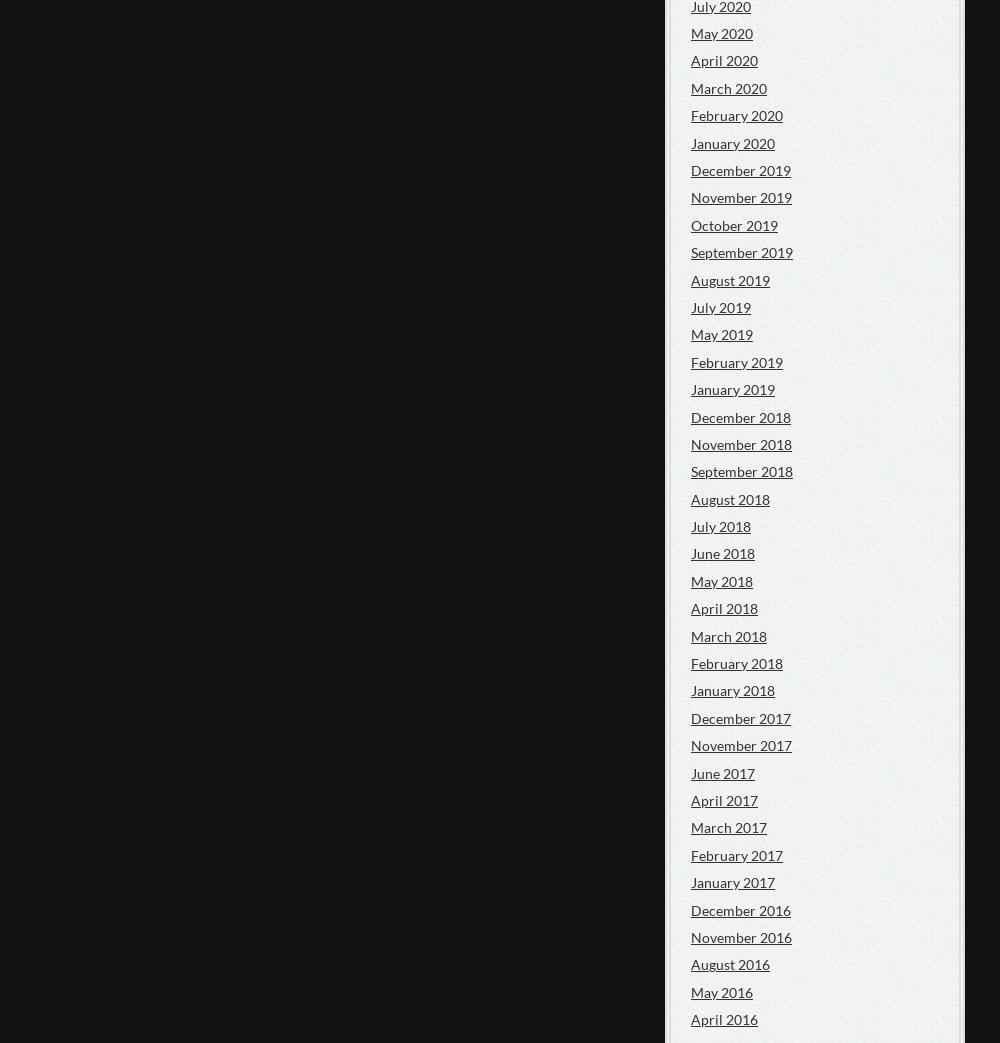 The width and height of the screenshot is (1000, 1043). I want to click on 'September 2019', so click(690, 252).